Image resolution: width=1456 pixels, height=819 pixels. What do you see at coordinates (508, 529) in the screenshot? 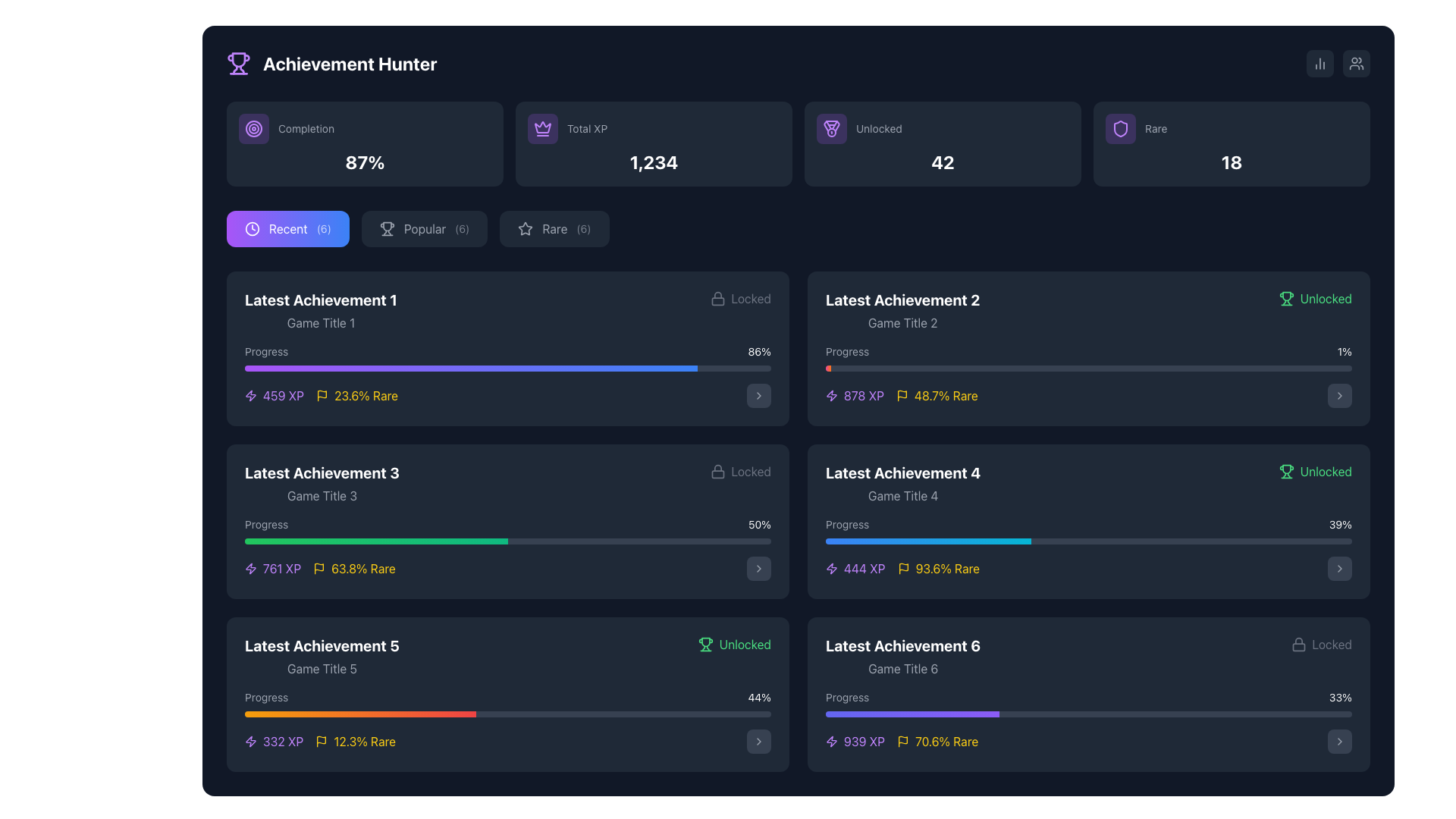
I see `the progress bar indicating the user's completion percentage for the achievement within the 'Latest Achievement 3' box` at bounding box center [508, 529].